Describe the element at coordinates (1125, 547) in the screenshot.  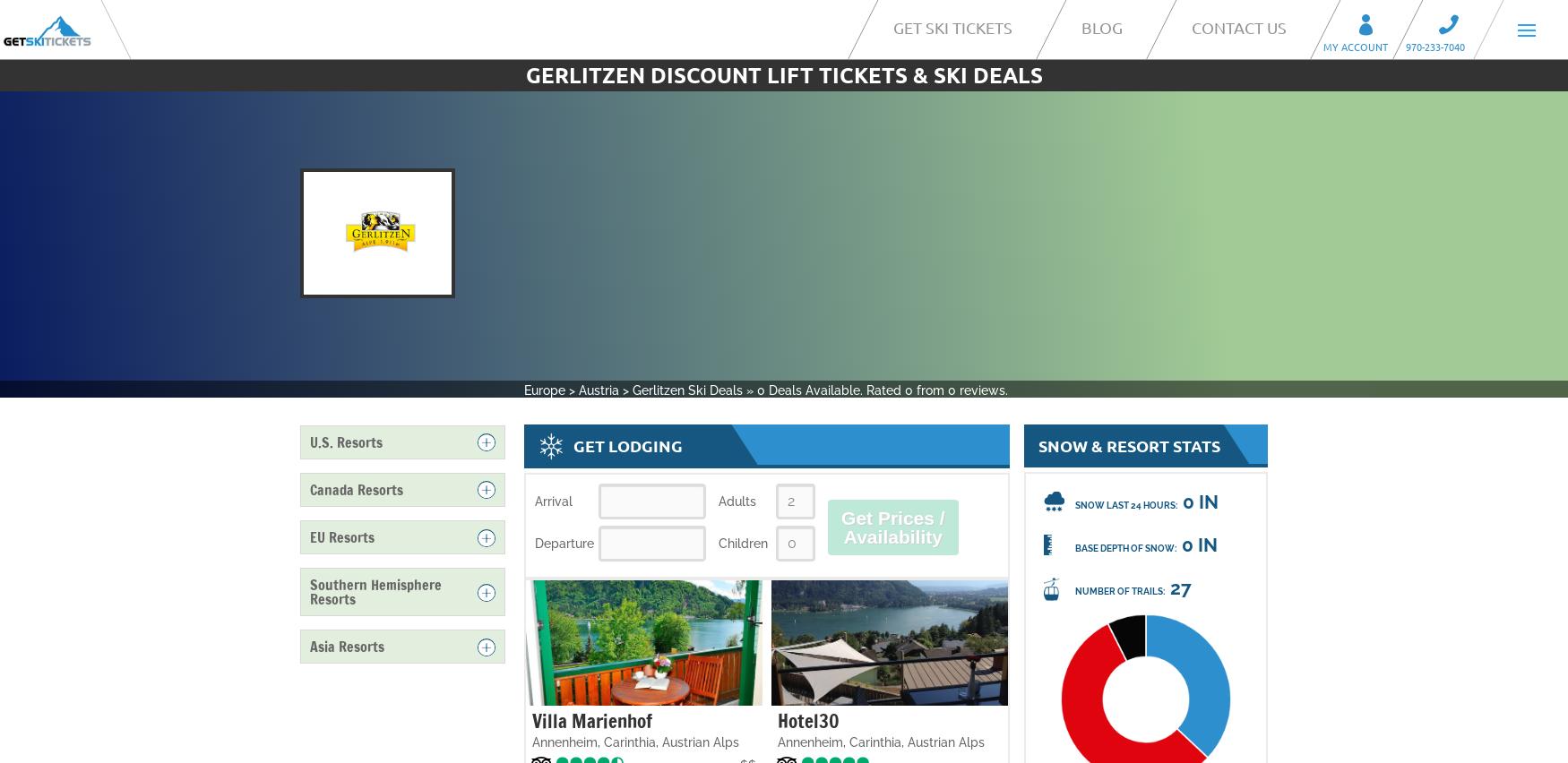
I see `'Base Depth of Snow:'` at that location.